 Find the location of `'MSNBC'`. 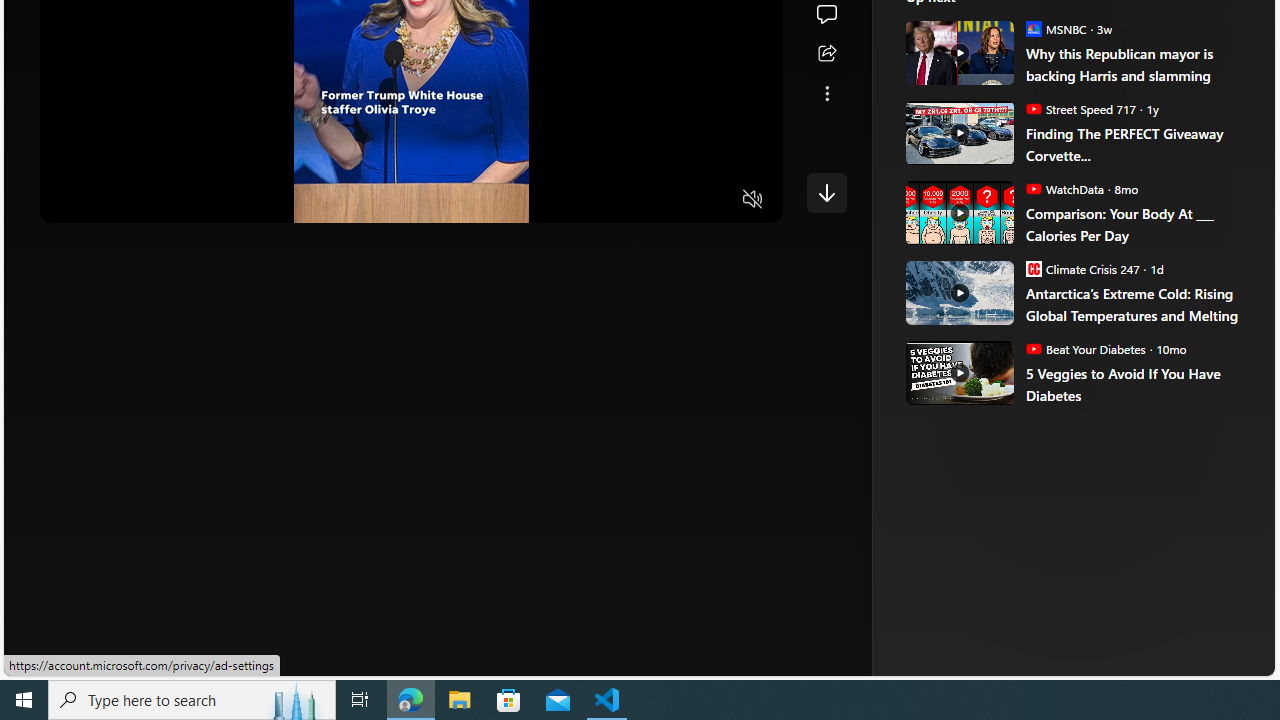

'MSNBC' is located at coordinates (1033, 28).